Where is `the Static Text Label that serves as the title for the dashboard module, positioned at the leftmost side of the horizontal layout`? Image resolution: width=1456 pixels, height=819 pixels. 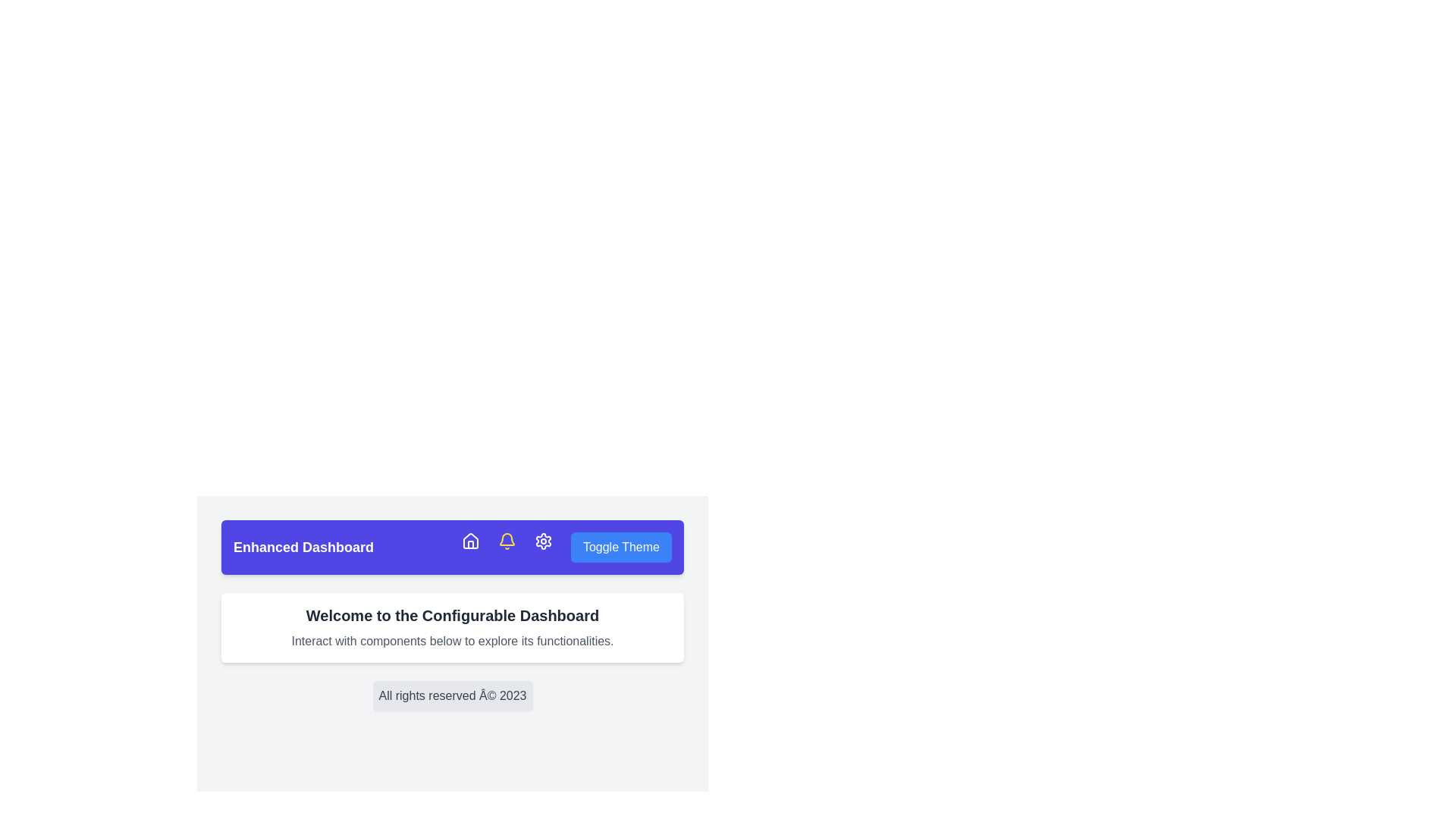 the Static Text Label that serves as the title for the dashboard module, positioned at the leftmost side of the horizontal layout is located at coordinates (303, 547).